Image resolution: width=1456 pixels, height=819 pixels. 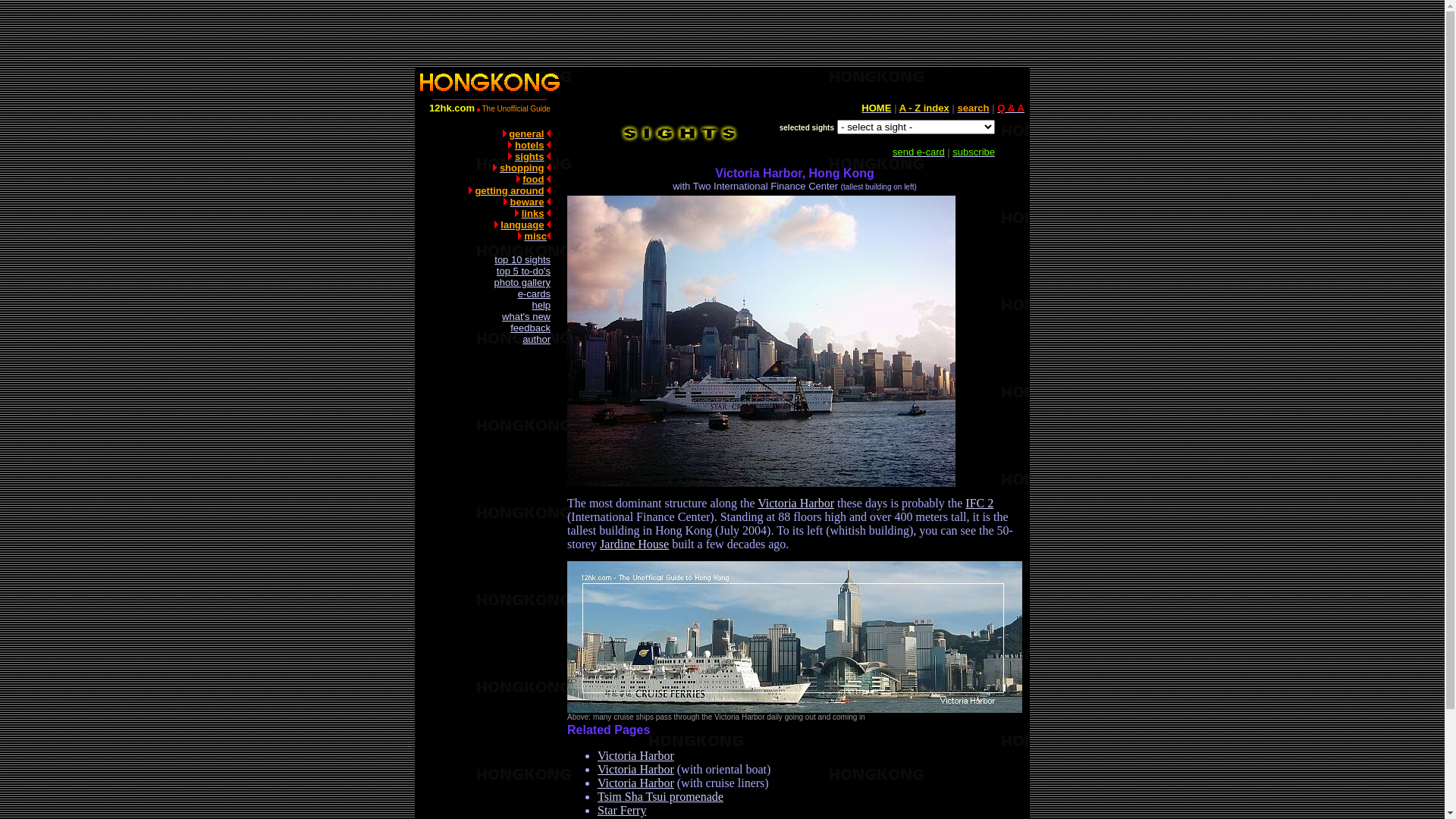 I want to click on 'shopping', so click(x=499, y=168).